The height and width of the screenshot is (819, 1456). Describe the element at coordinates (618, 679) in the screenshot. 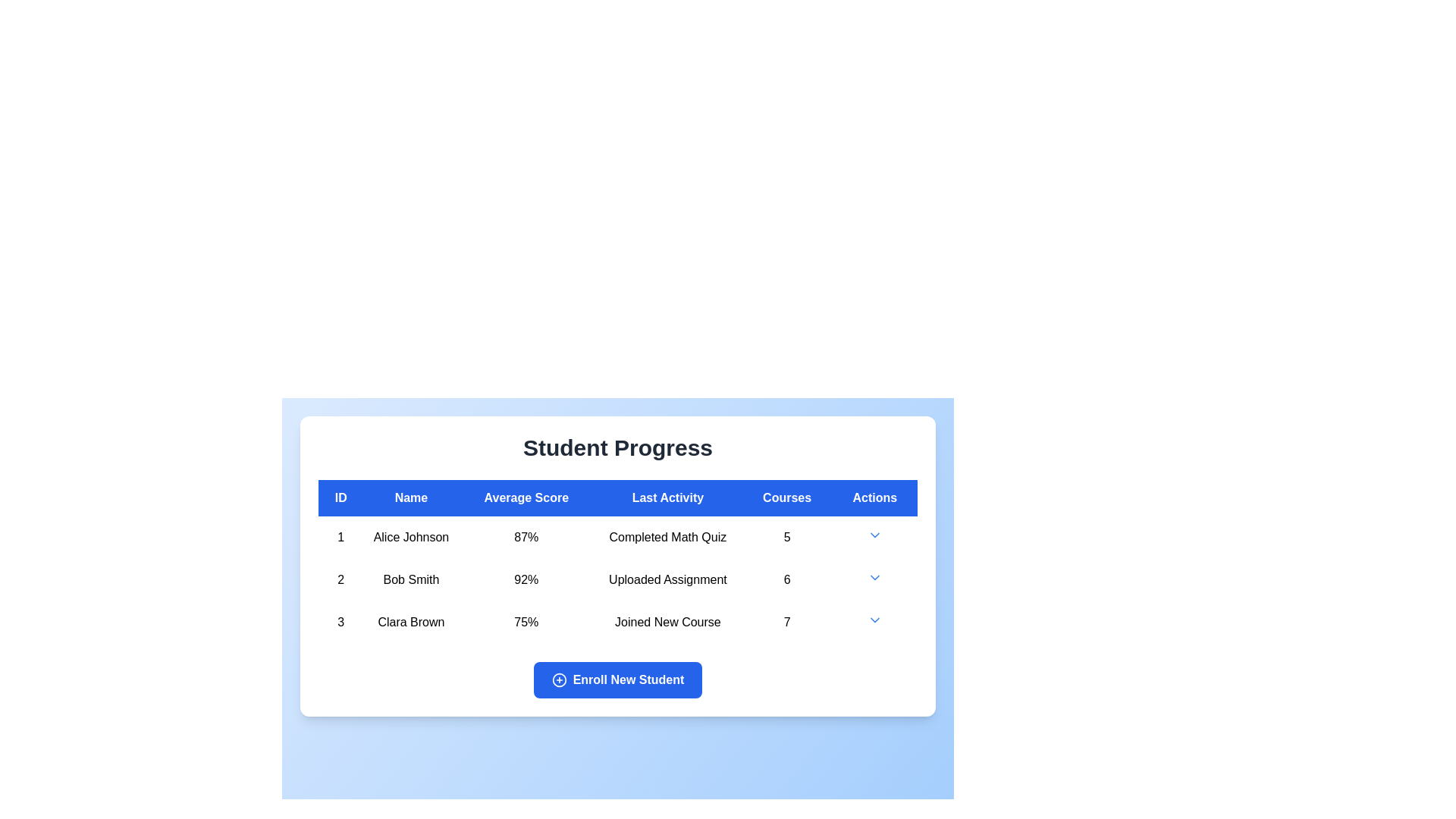

I see `the button located at the bottom of the 'Student Progress' section to initiate the process of enrolling a new student` at that location.